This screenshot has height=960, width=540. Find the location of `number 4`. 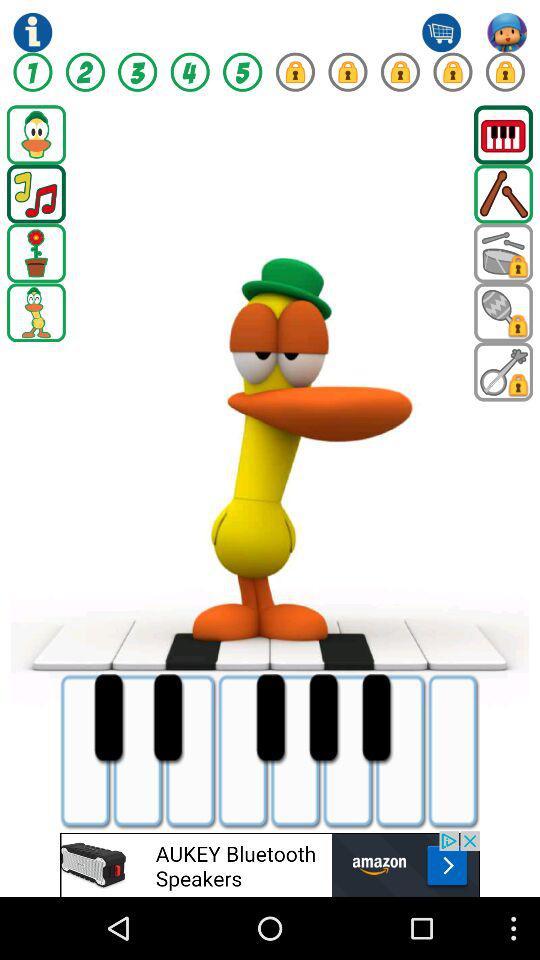

number 4 is located at coordinates (190, 72).